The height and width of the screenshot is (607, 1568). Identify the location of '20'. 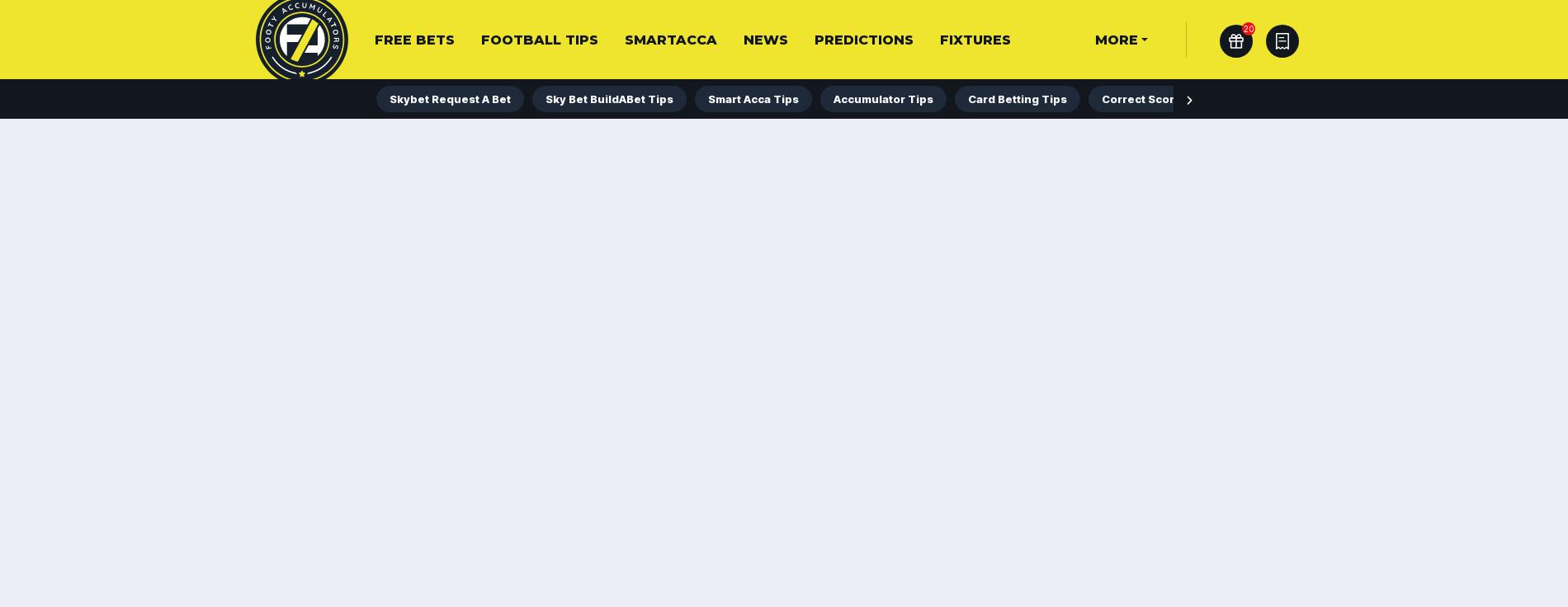
(1248, 27).